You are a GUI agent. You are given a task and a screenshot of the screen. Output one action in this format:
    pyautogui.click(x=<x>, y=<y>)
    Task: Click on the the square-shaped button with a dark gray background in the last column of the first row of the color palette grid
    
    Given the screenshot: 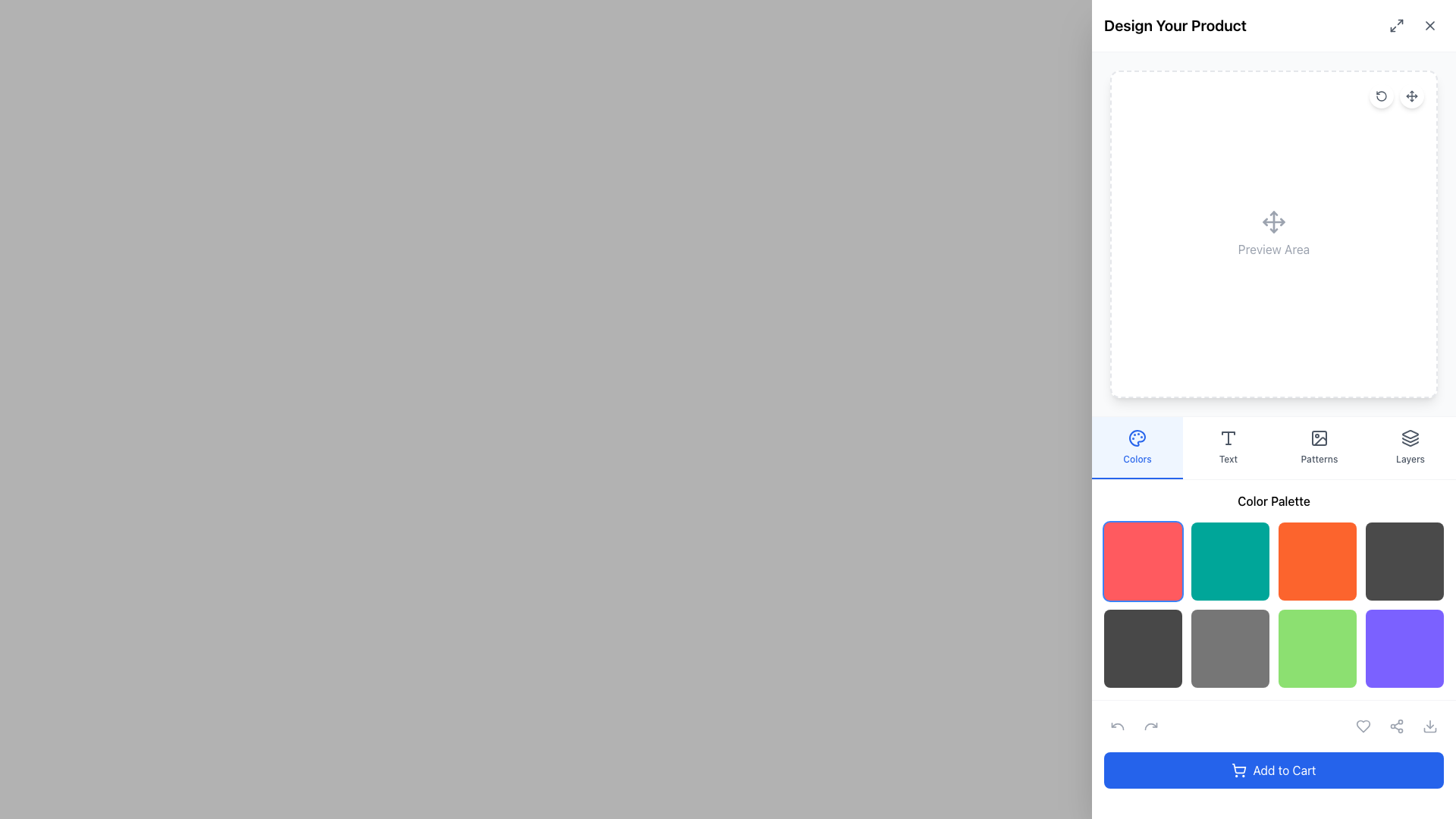 What is the action you would take?
    pyautogui.click(x=1404, y=561)
    